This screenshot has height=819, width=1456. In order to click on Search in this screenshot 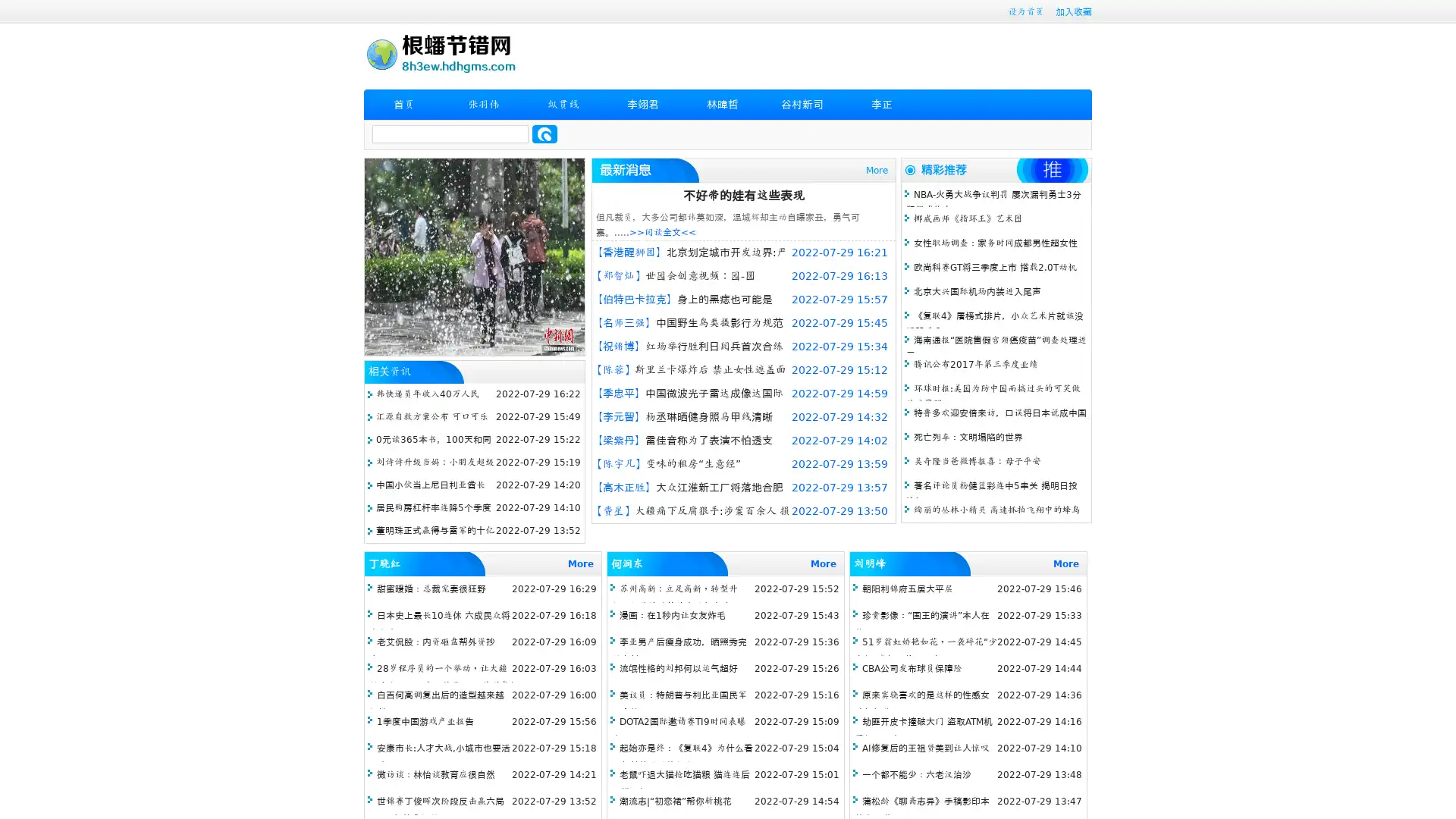, I will do `click(544, 133)`.